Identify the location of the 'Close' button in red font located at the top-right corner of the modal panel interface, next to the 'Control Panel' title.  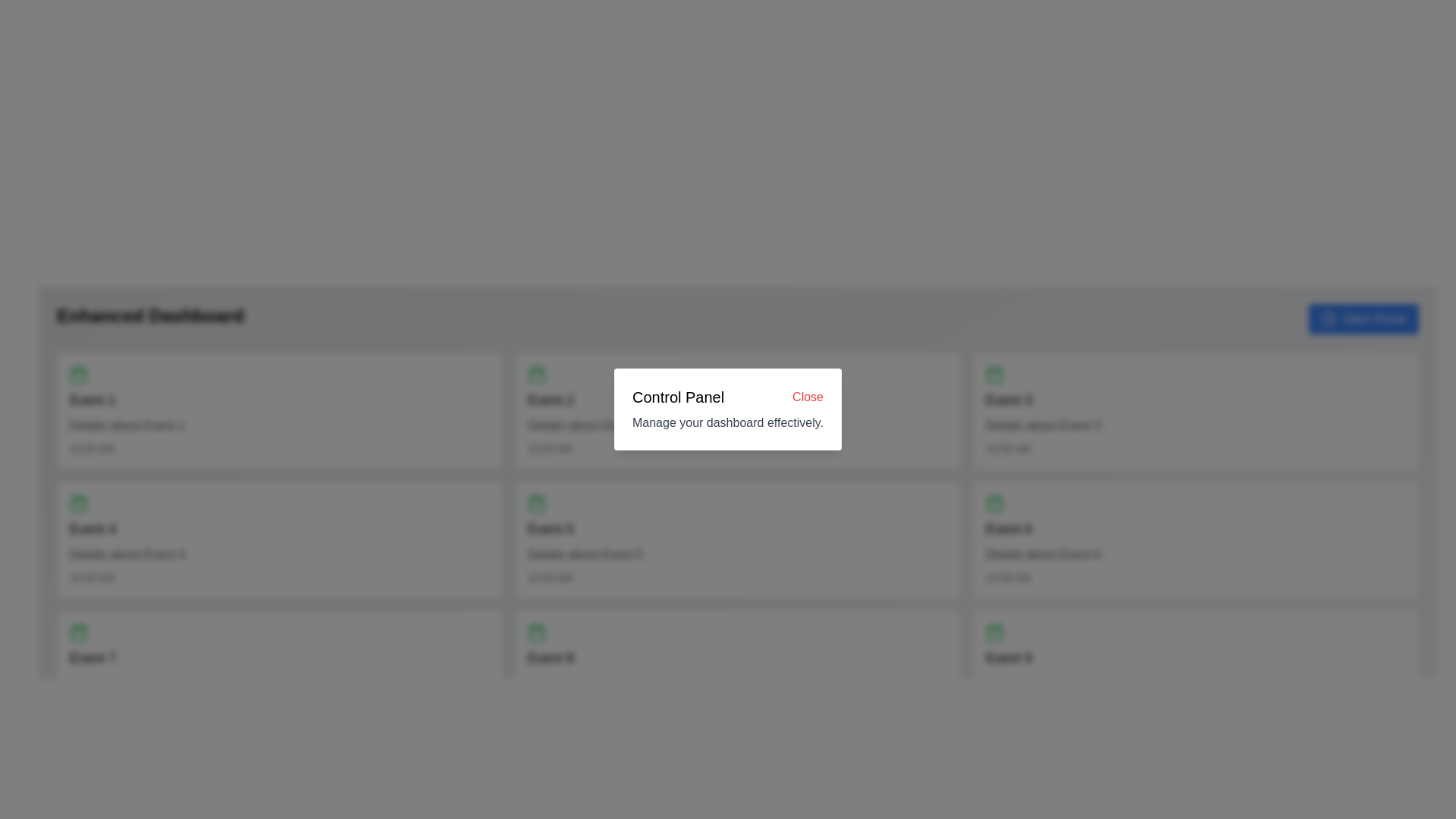
(807, 397).